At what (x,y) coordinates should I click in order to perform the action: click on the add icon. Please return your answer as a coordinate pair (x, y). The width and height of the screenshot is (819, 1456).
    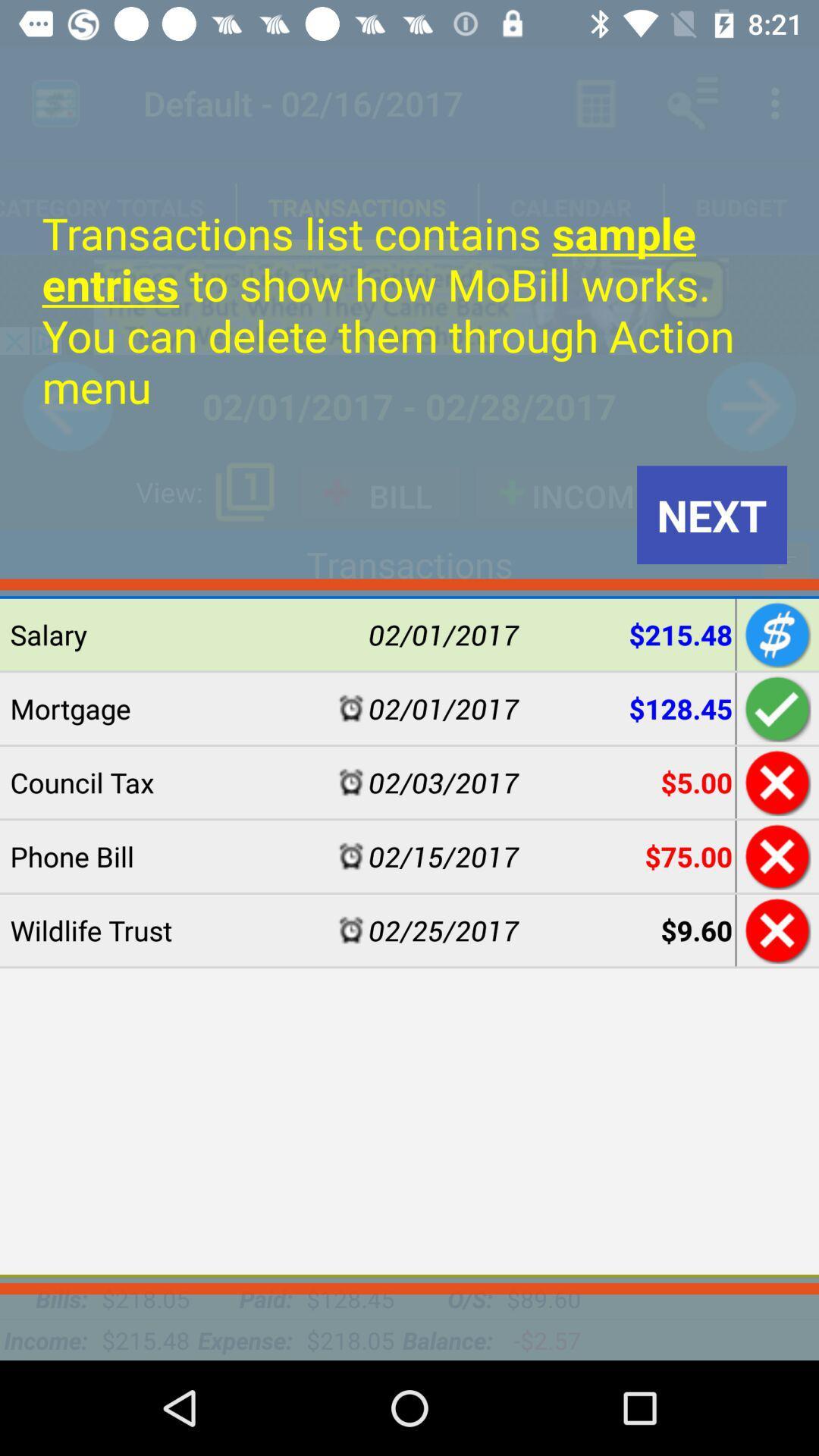
    Looking at the image, I should click on (786, 560).